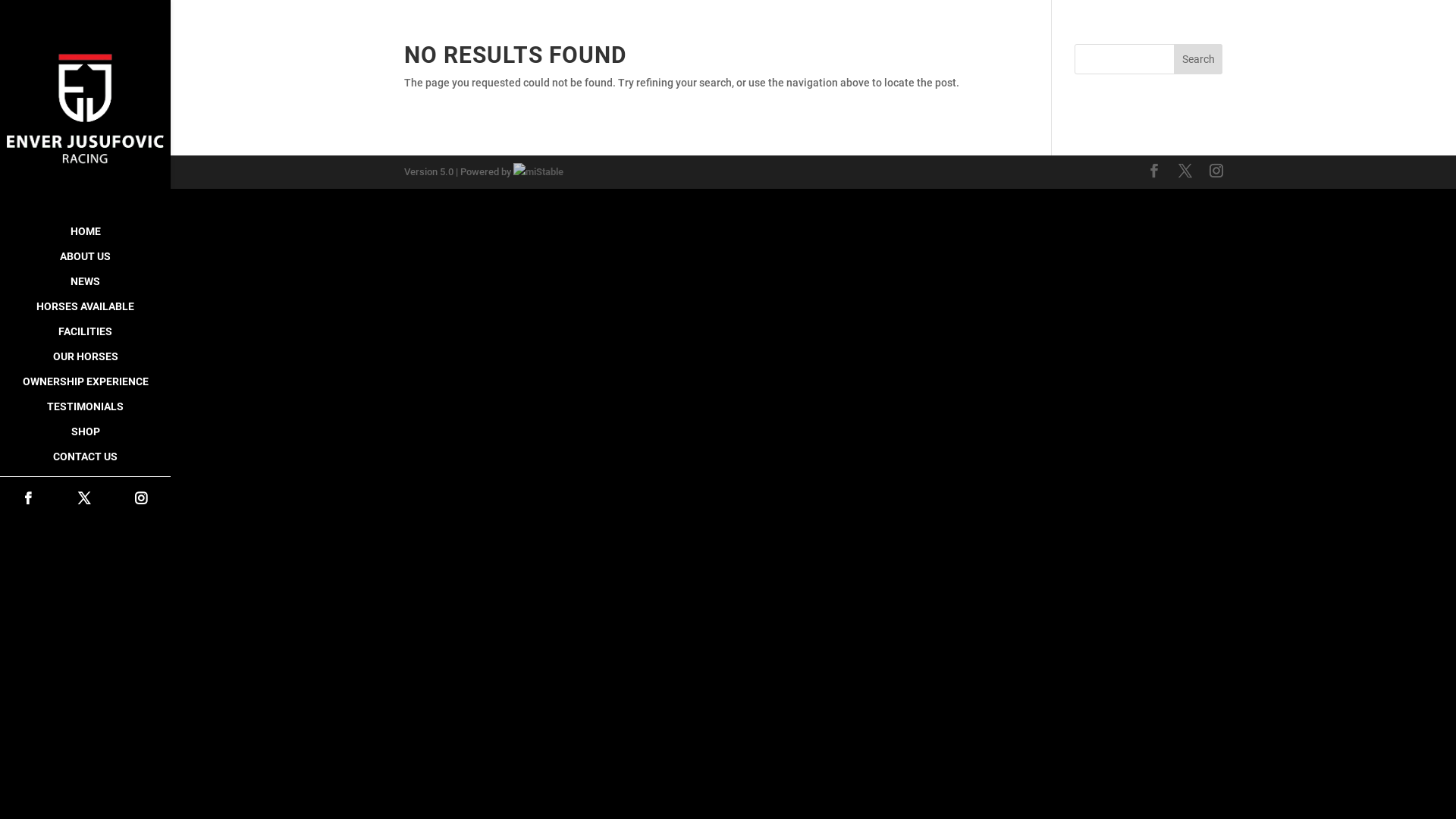 The image size is (1456, 819). What do you see at coordinates (28, 499) in the screenshot?
I see `'FACEBOOK'` at bounding box center [28, 499].